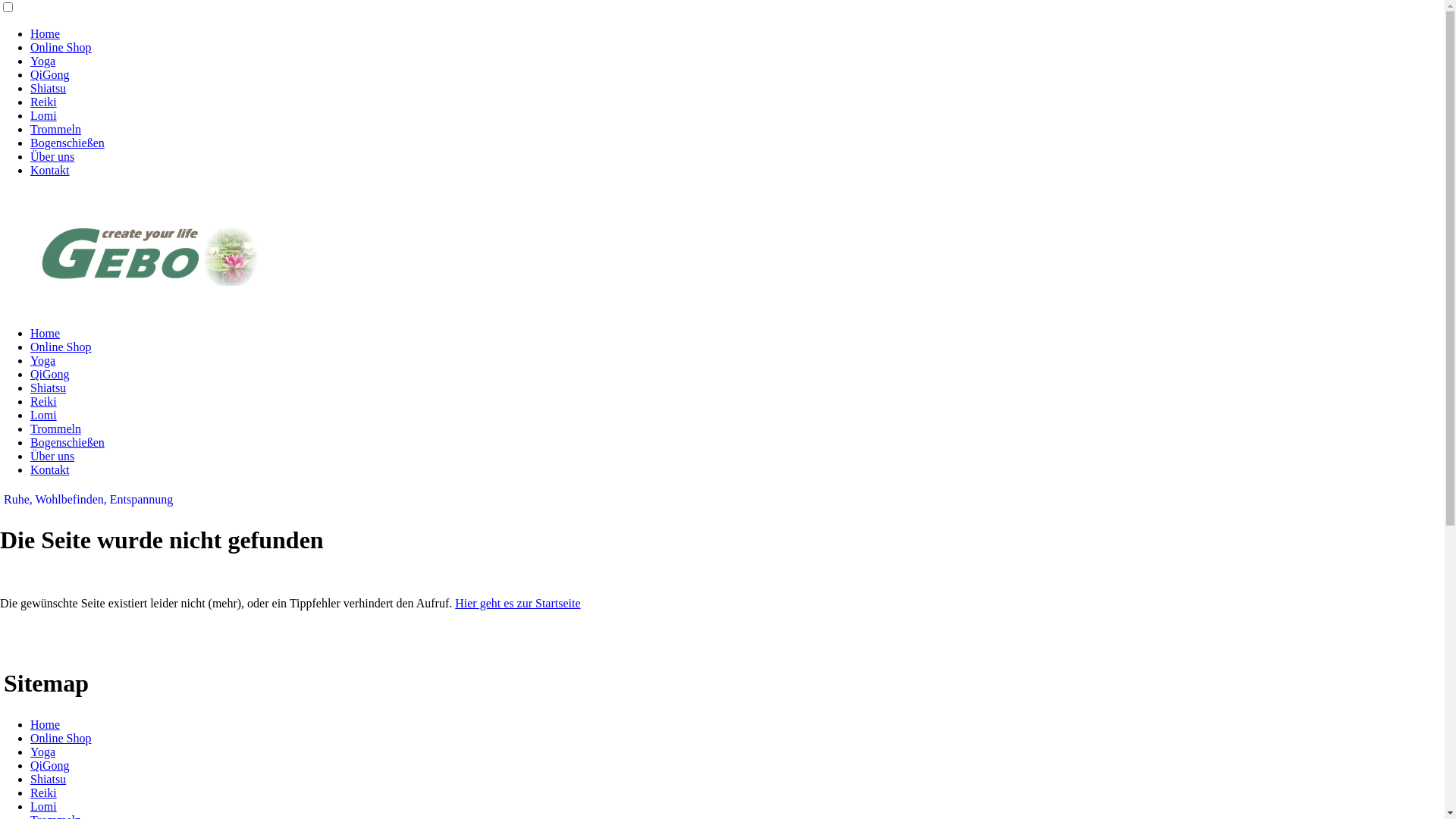  I want to click on 'Kontakt', so click(50, 170).